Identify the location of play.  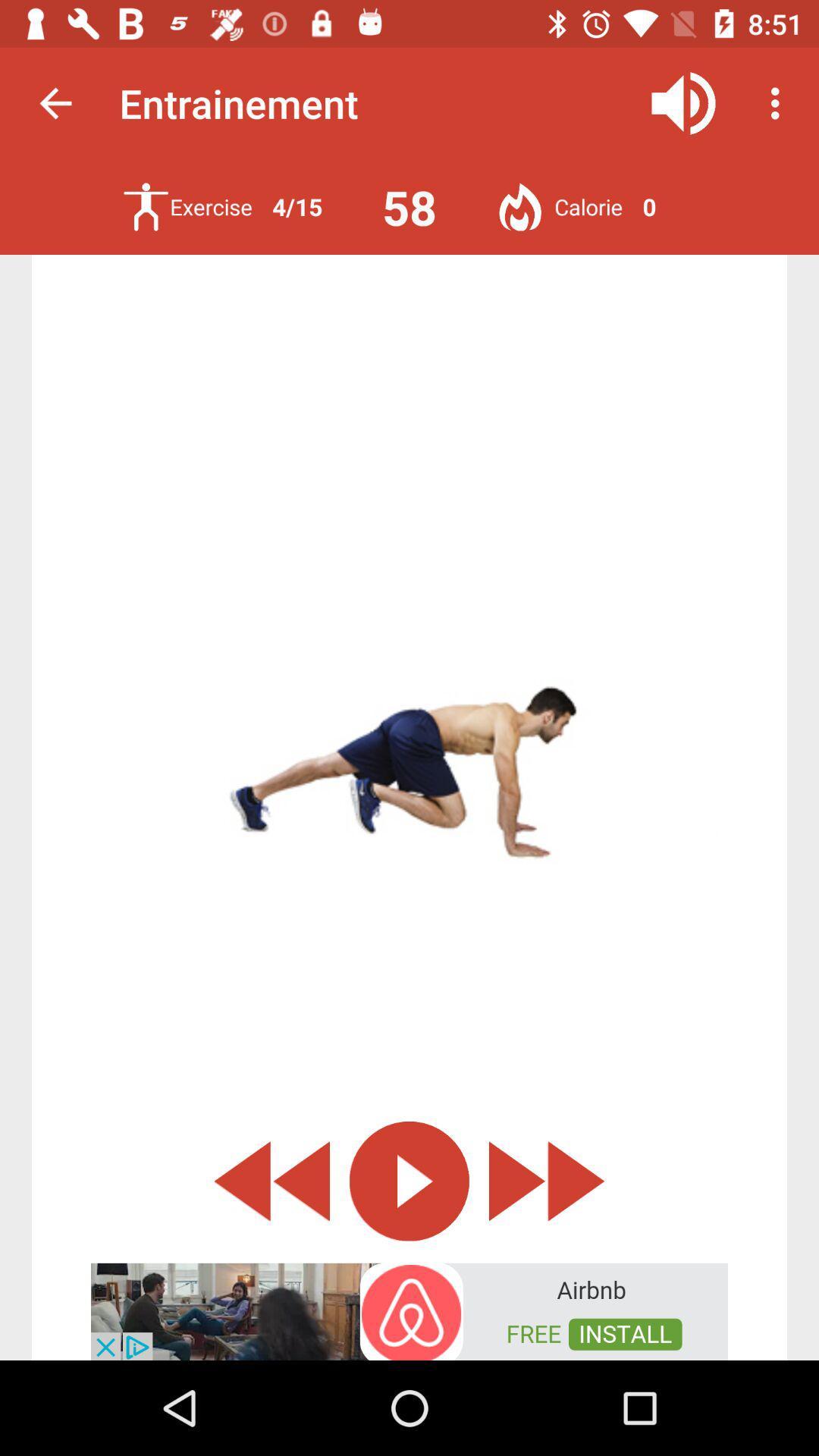
(409, 1180).